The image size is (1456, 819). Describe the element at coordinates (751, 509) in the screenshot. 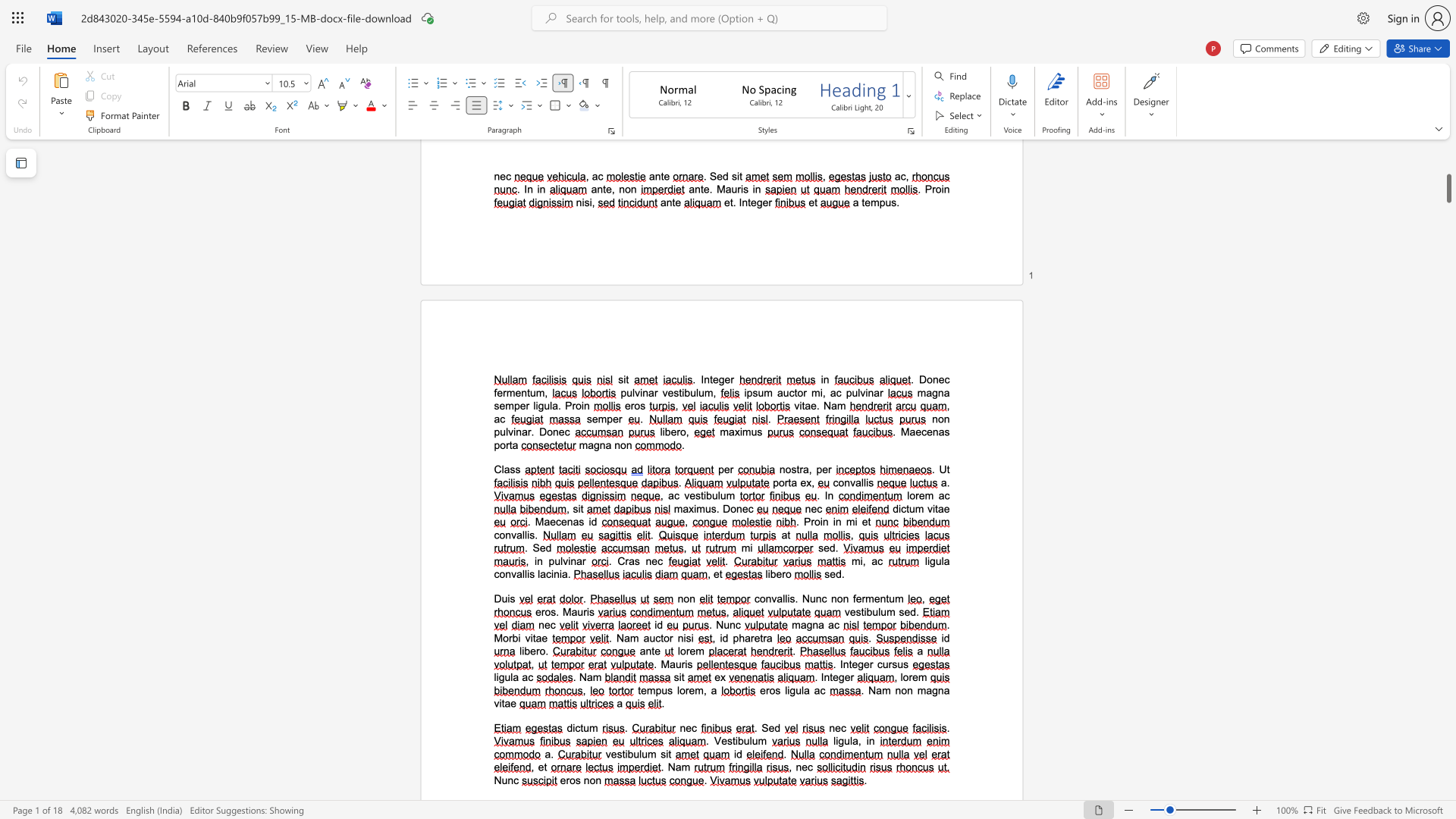

I see `the 1th character "c" in the text` at that location.